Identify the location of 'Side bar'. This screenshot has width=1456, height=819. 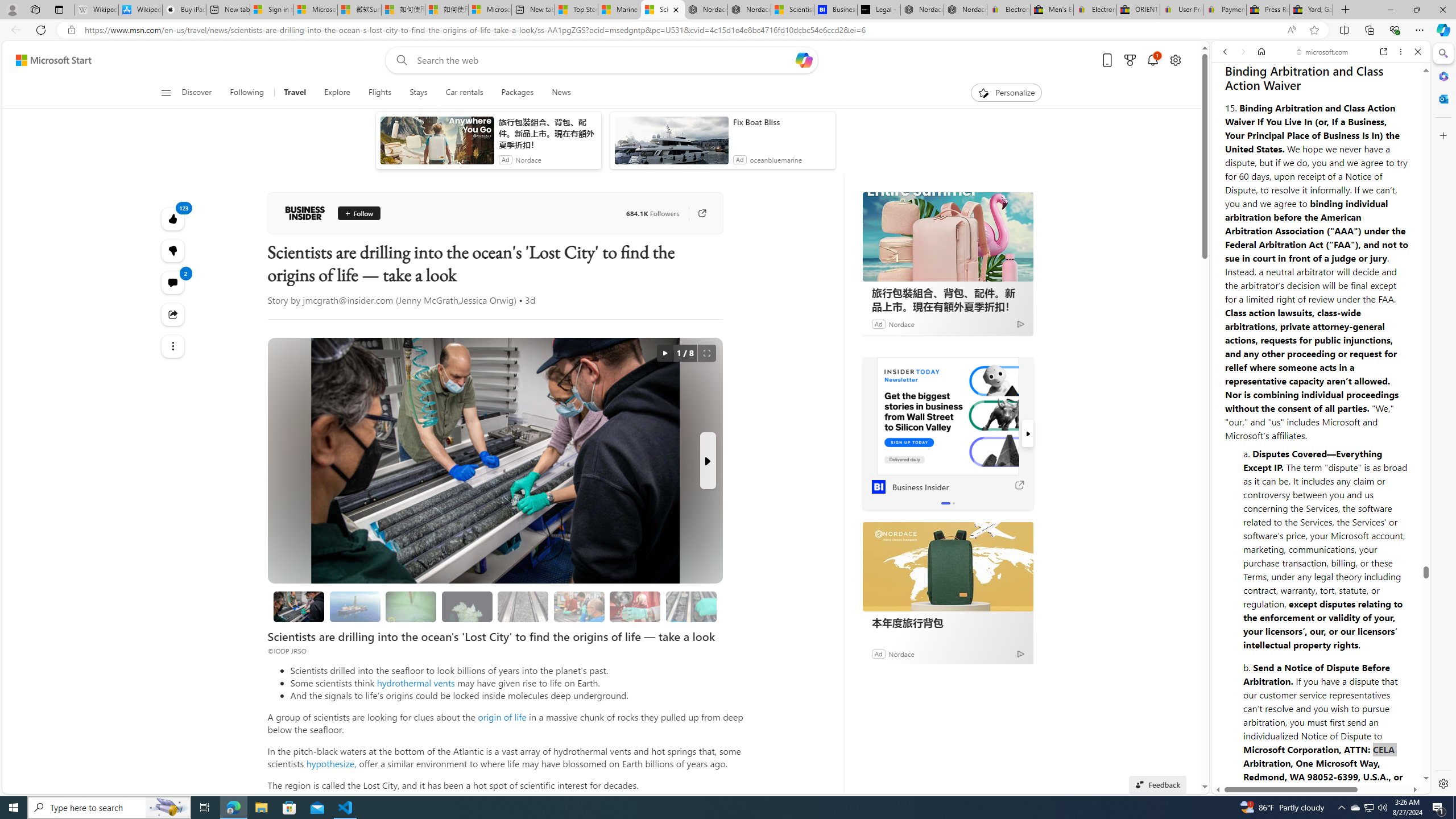
(1443, 418).